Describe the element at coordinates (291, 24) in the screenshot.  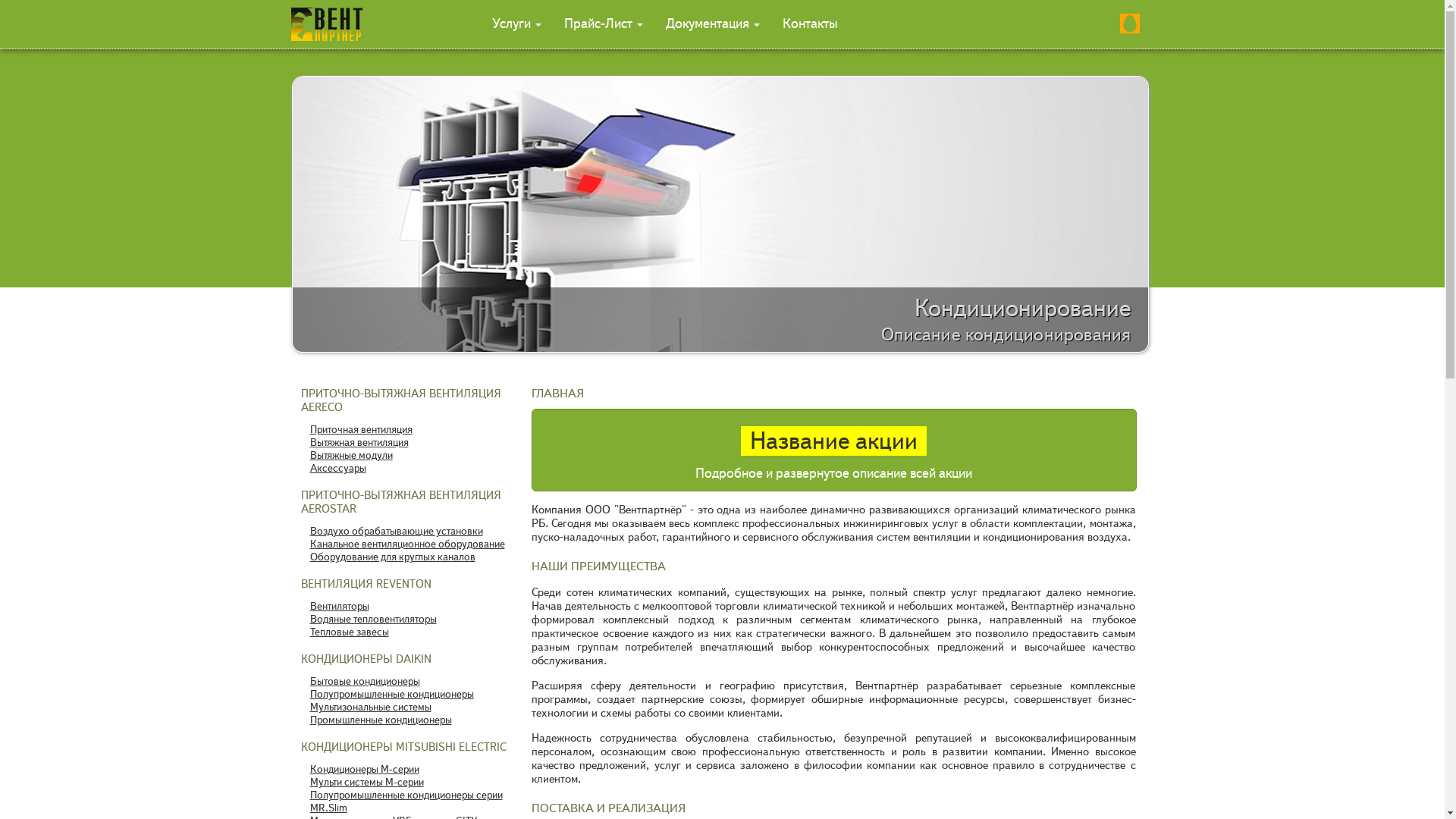
I see `'http://ventpartner.by'` at that location.